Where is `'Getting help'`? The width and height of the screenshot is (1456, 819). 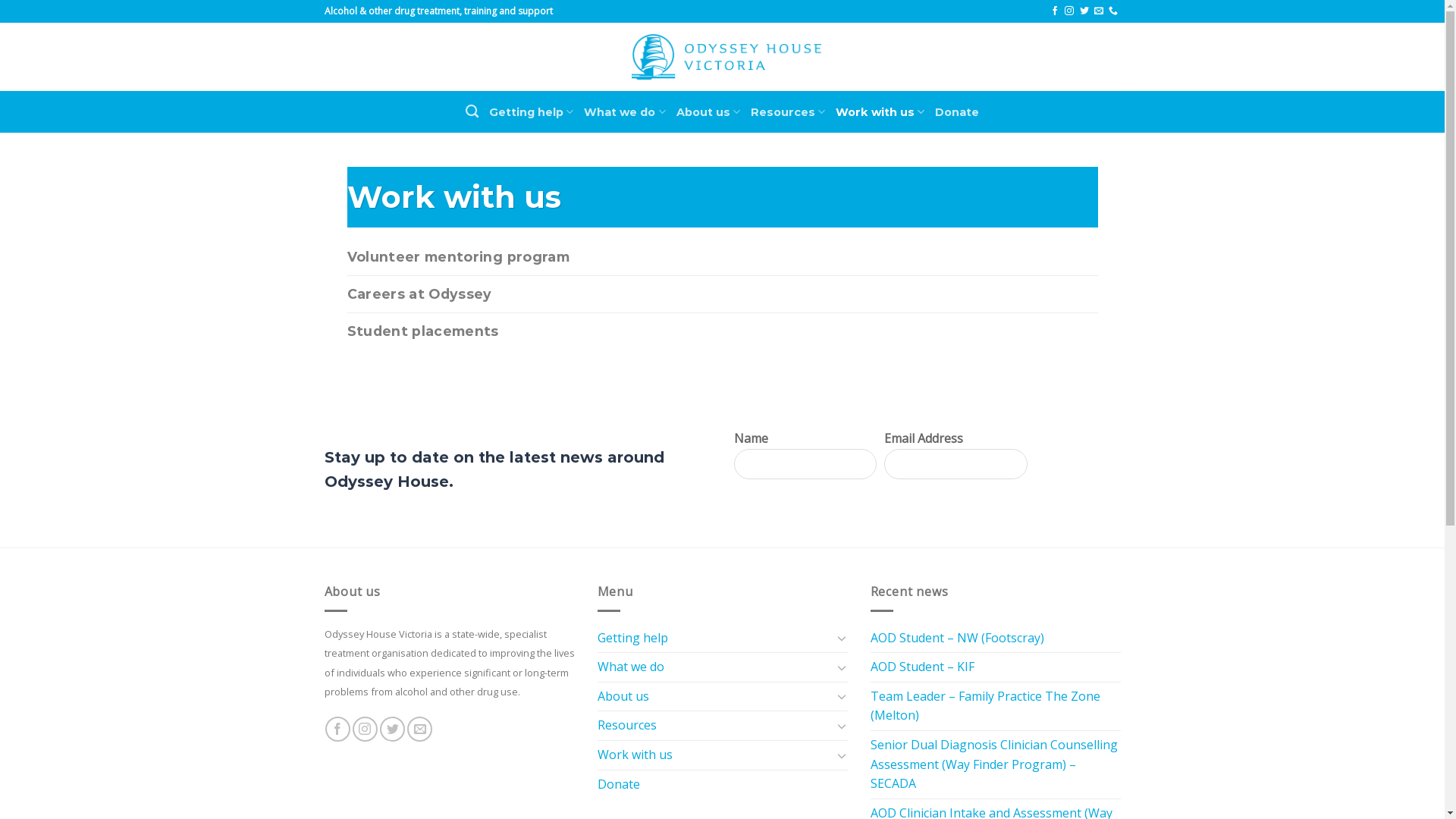 'Getting help' is located at coordinates (531, 110).